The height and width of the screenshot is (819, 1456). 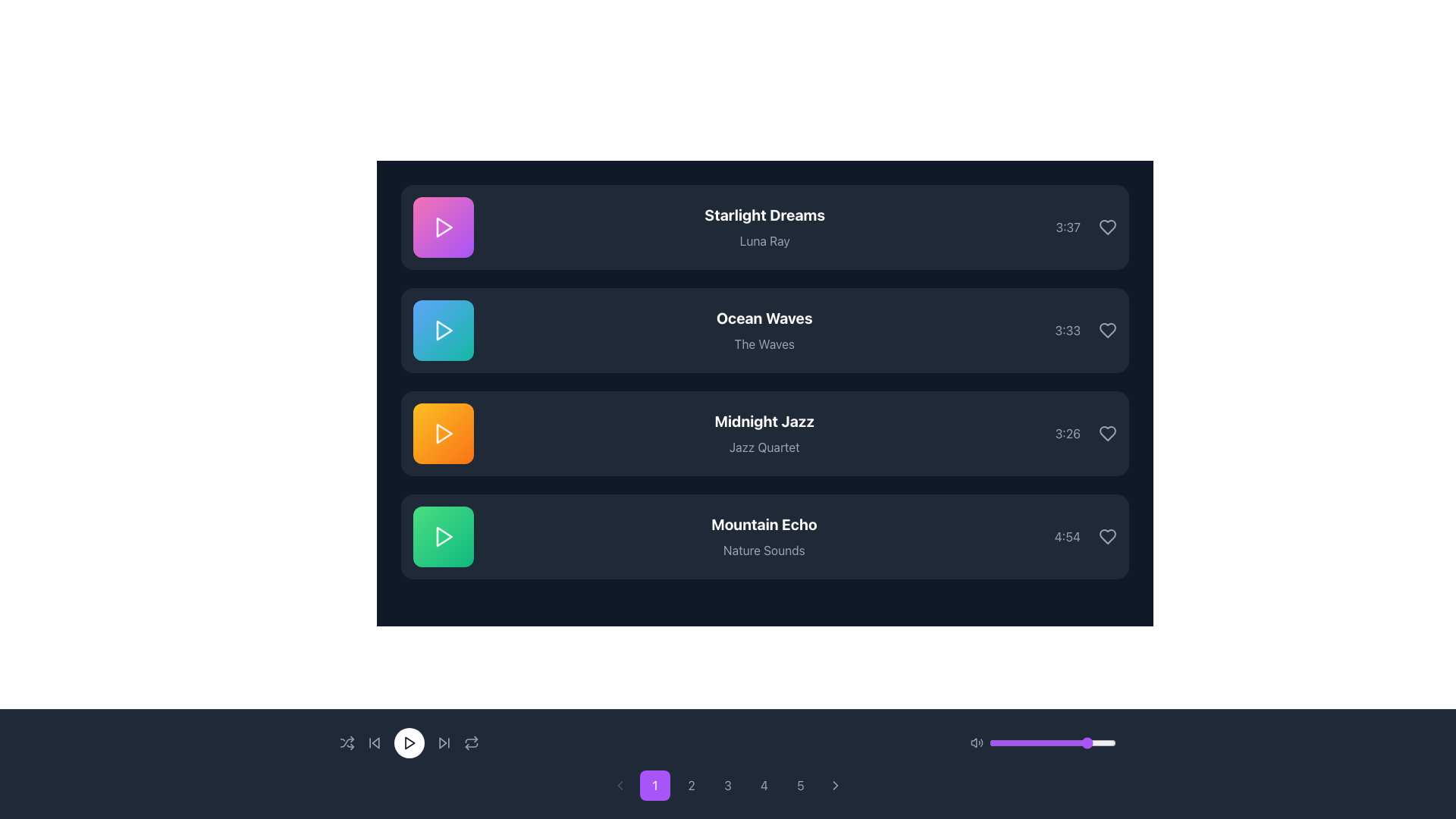 I want to click on the TextLabel displaying the time duration for the 'Midnight Jazz' track, located to the far right of its corresponding row, so click(x=1085, y=433).